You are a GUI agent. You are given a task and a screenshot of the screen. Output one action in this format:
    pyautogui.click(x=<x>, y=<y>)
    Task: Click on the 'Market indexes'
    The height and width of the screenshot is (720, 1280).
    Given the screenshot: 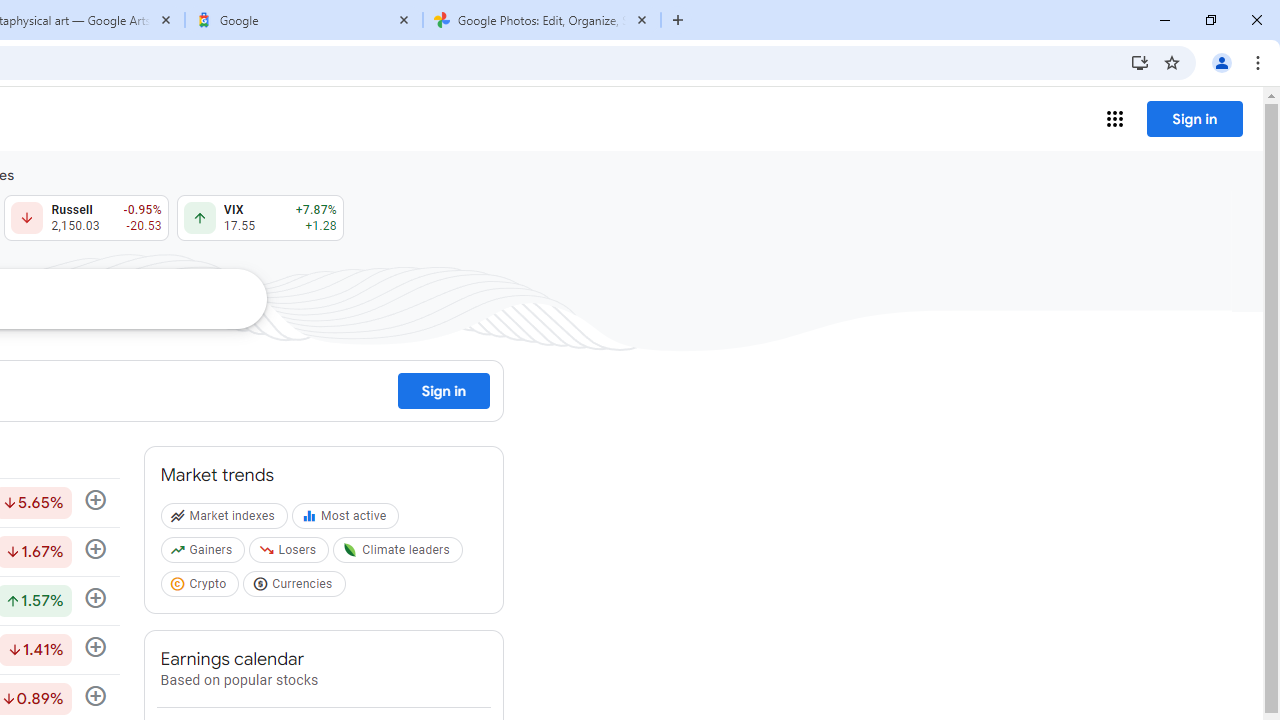 What is the action you would take?
    pyautogui.click(x=226, y=519)
    